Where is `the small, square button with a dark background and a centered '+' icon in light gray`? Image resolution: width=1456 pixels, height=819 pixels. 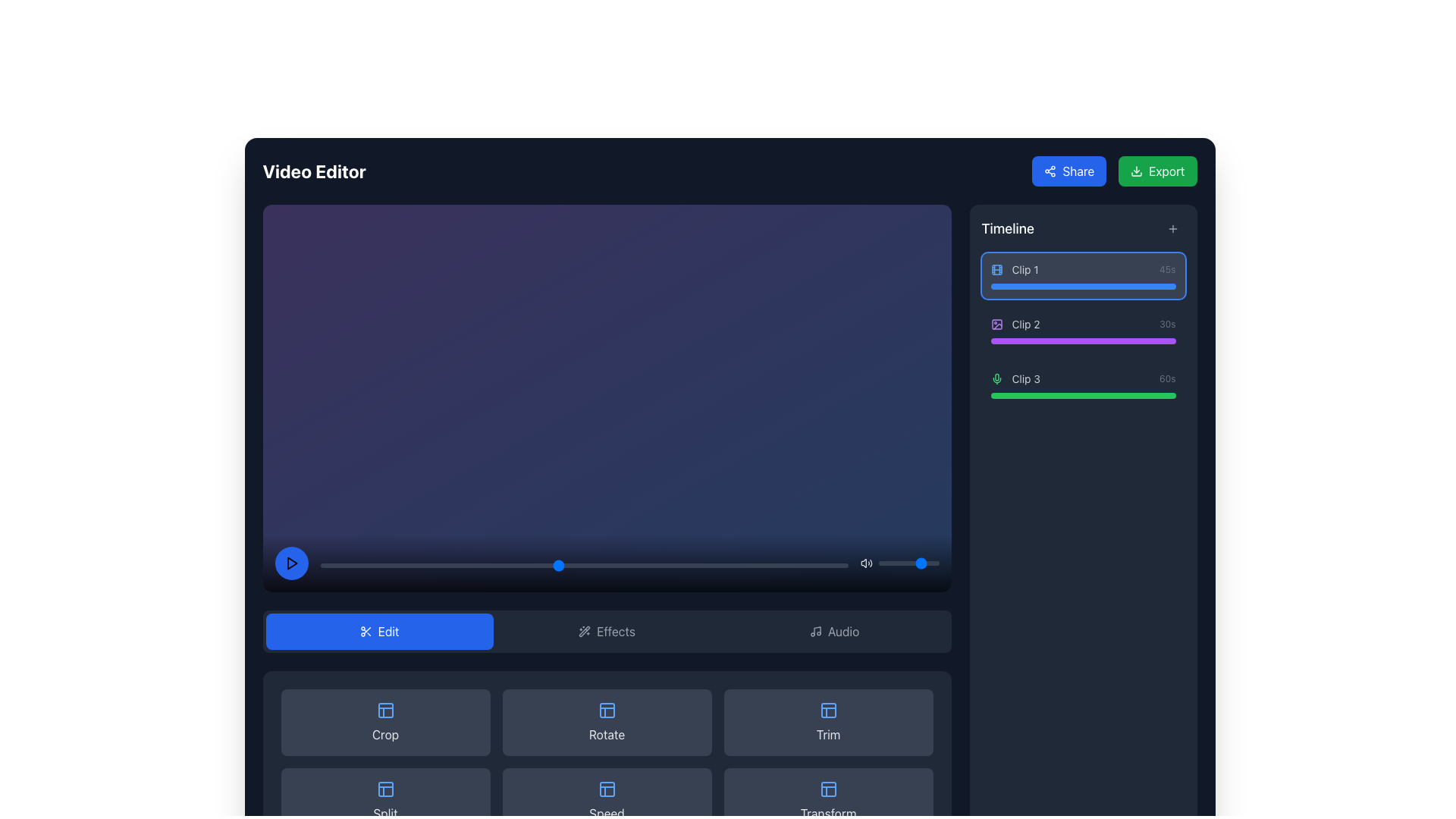
the small, square button with a dark background and a centered '+' icon in light gray is located at coordinates (1172, 228).